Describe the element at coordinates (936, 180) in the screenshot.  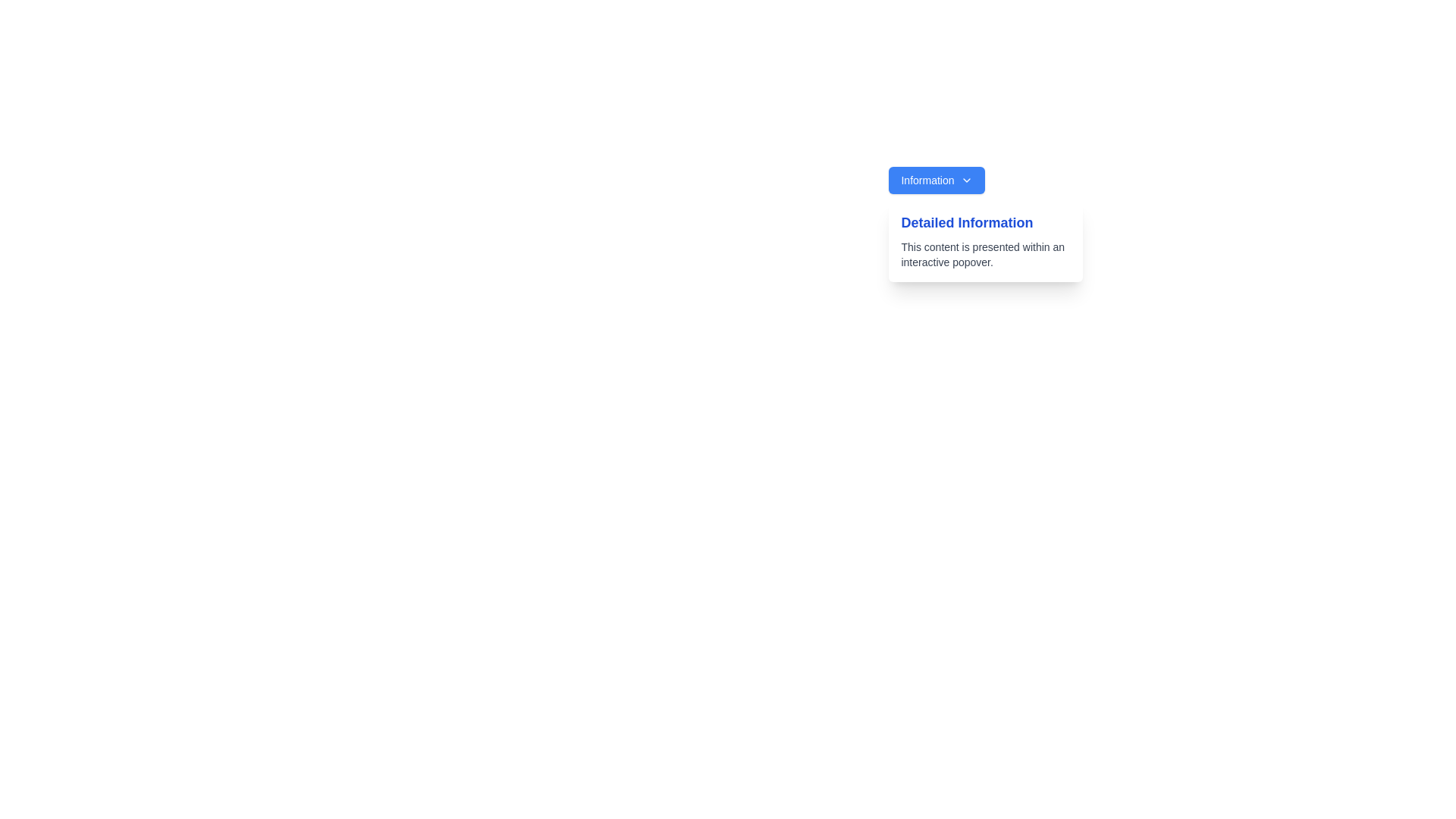
I see `the Button with dropdown icon` at that location.